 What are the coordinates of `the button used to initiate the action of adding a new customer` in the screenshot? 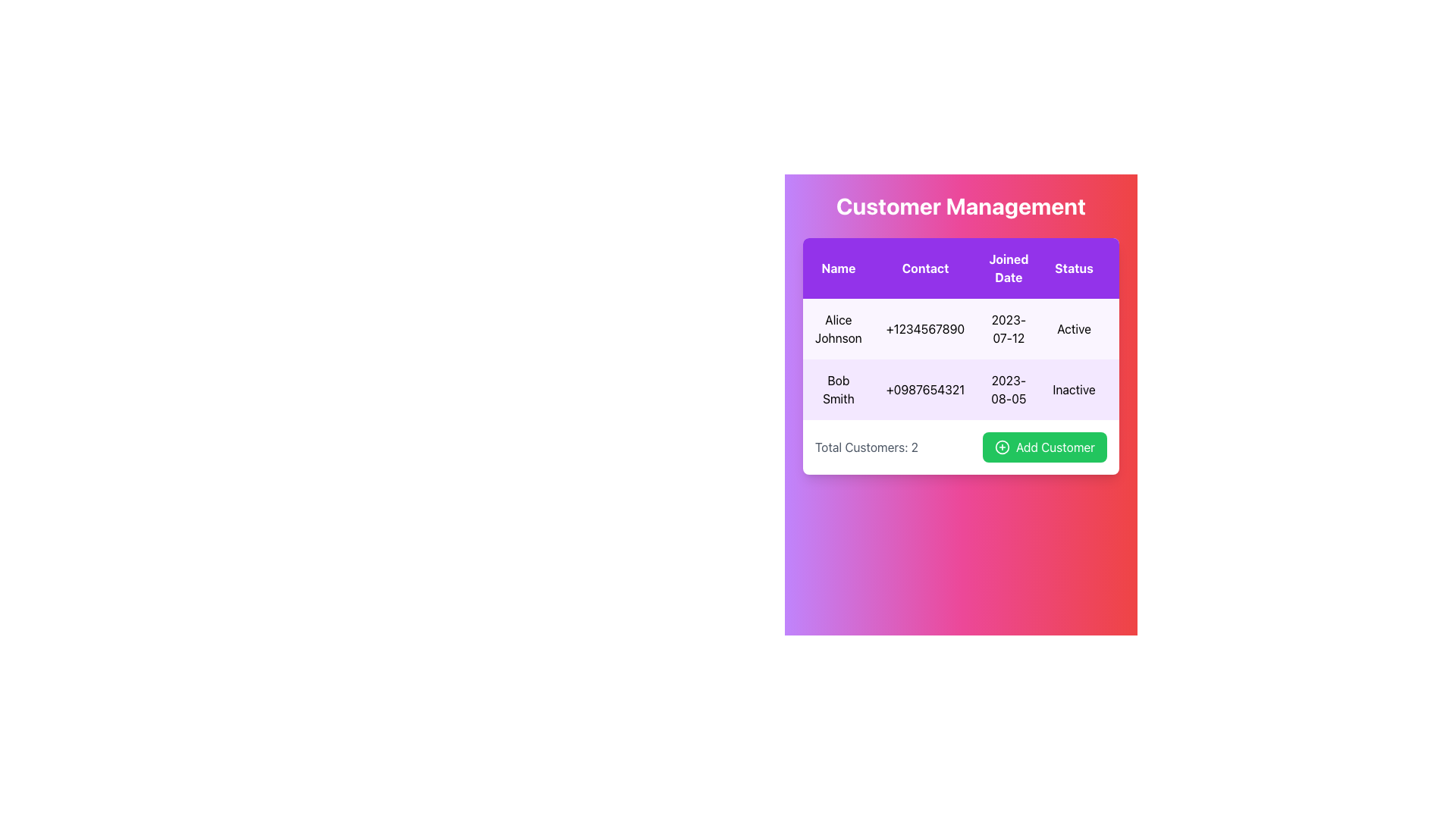 It's located at (1043, 447).